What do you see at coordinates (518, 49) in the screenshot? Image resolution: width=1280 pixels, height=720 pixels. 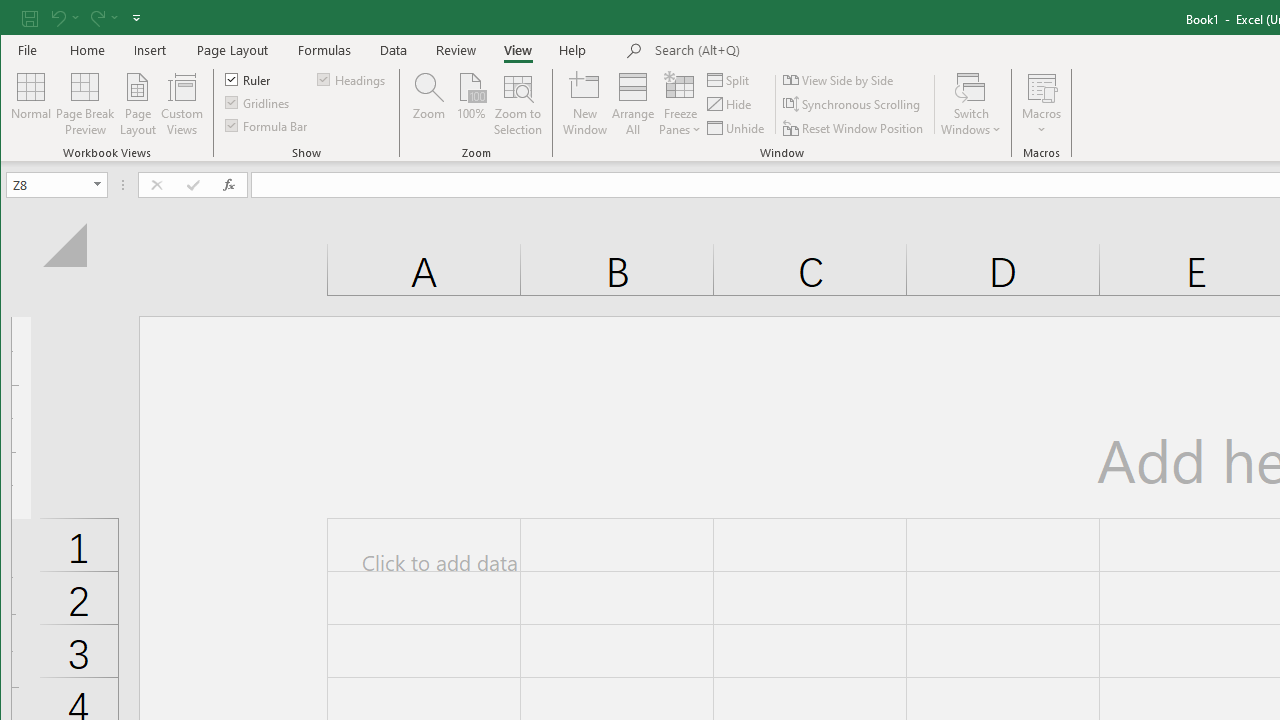 I see `'View'` at bounding box center [518, 49].